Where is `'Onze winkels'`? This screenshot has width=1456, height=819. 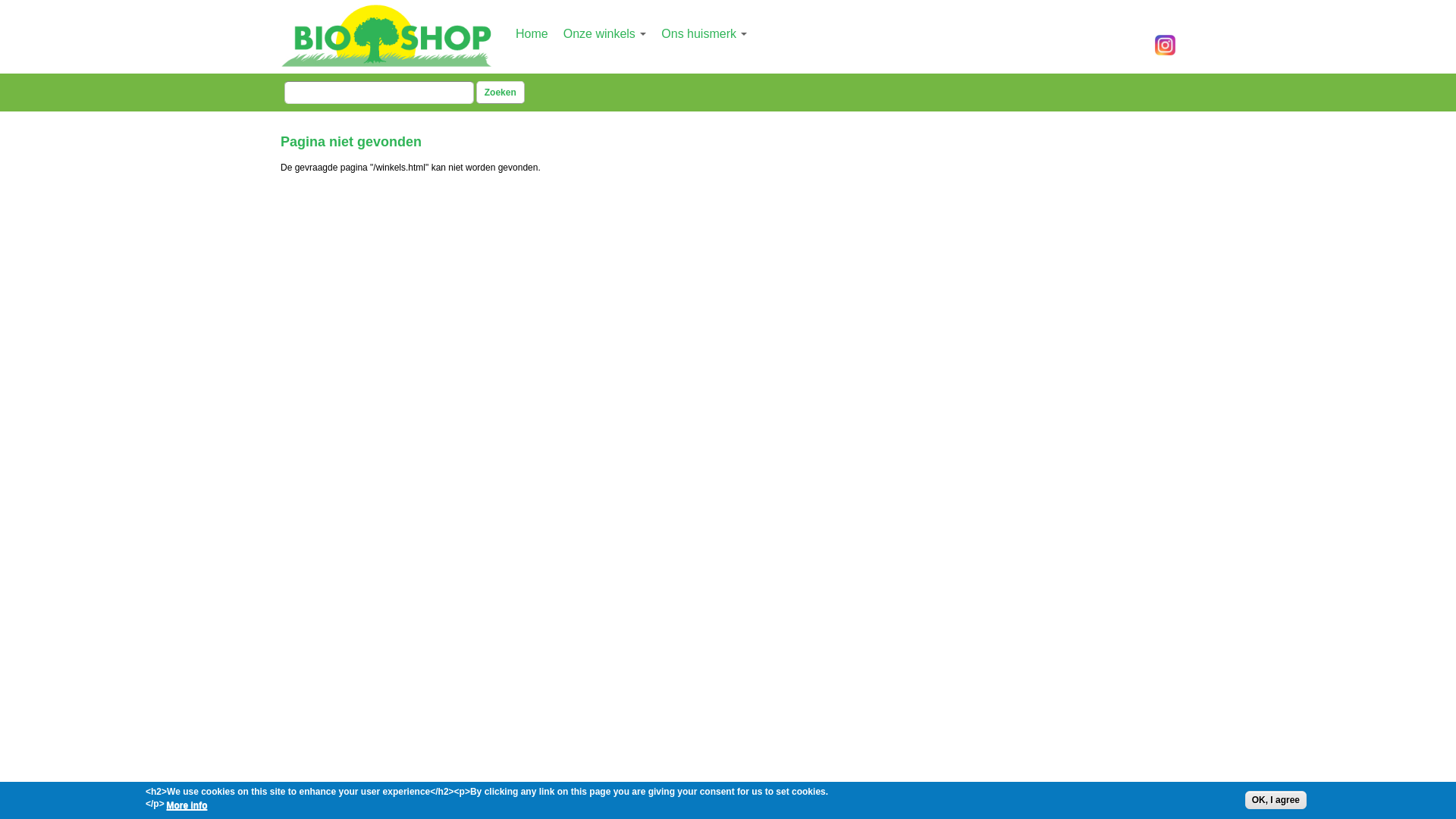 'Onze winkels' is located at coordinates (604, 33).